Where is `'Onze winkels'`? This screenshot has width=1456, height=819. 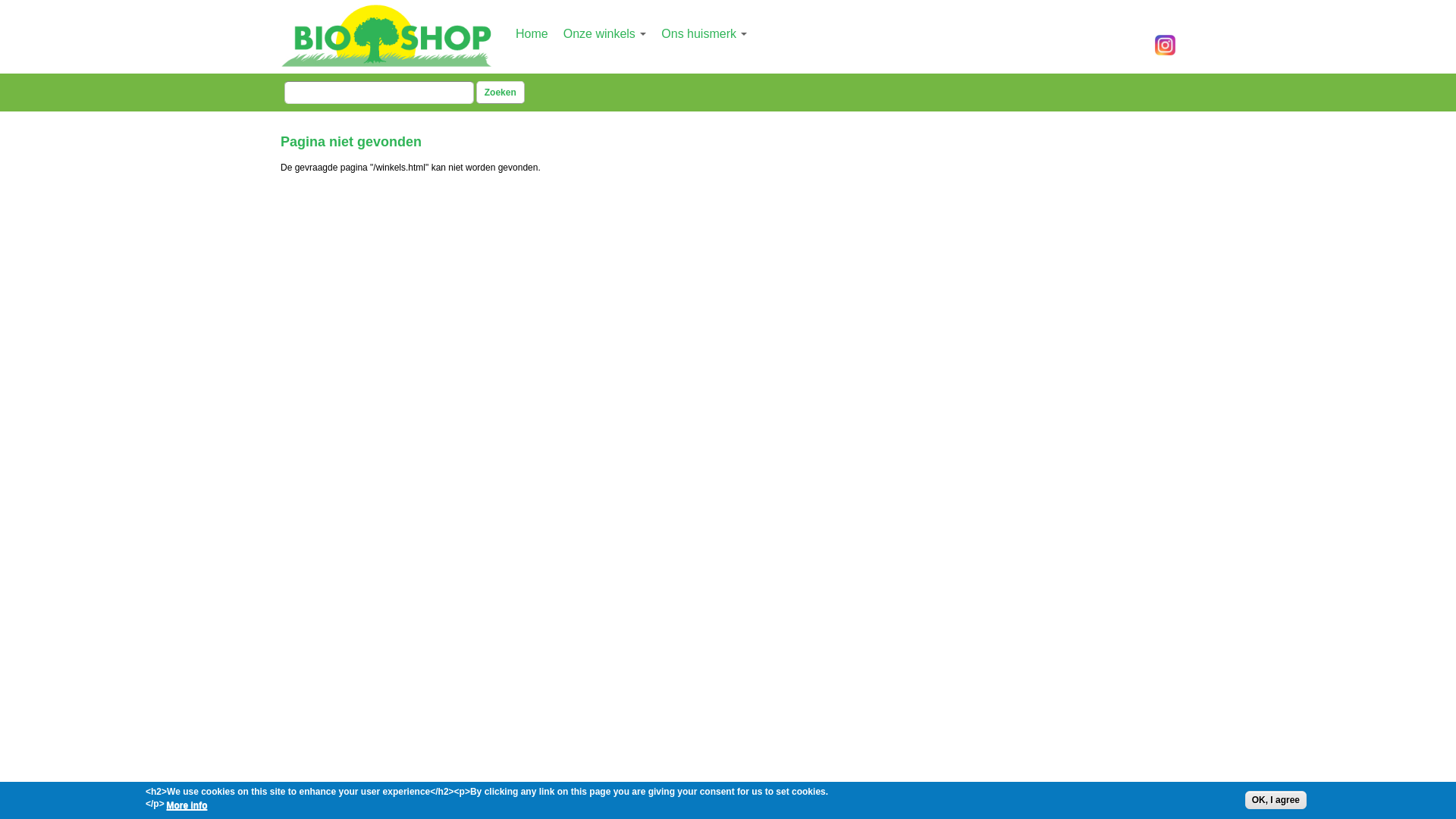 'Onze winkels' is located at coordinates (604, 33).